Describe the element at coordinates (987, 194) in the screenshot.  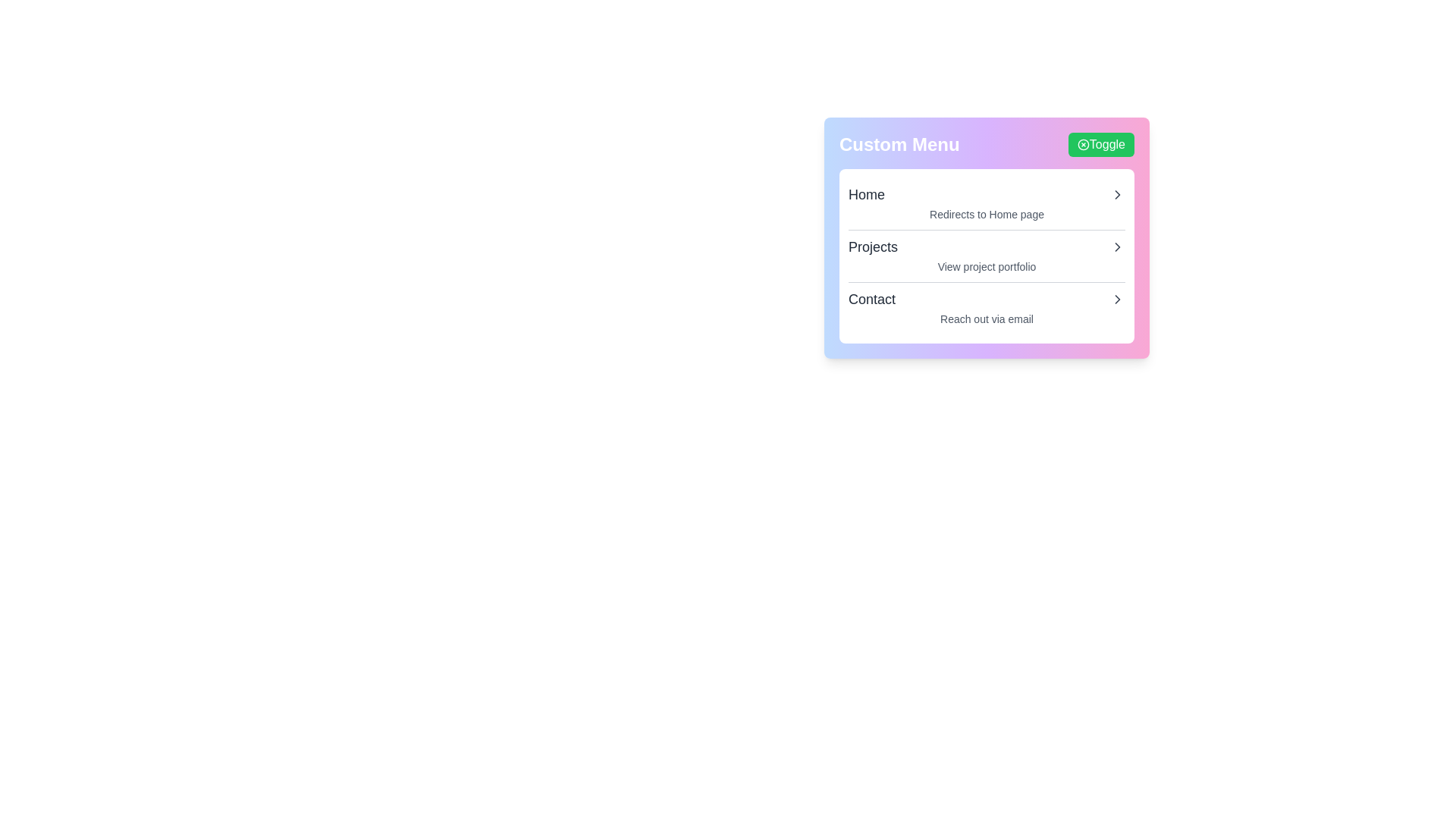
I see `the menu item Home` at that location.